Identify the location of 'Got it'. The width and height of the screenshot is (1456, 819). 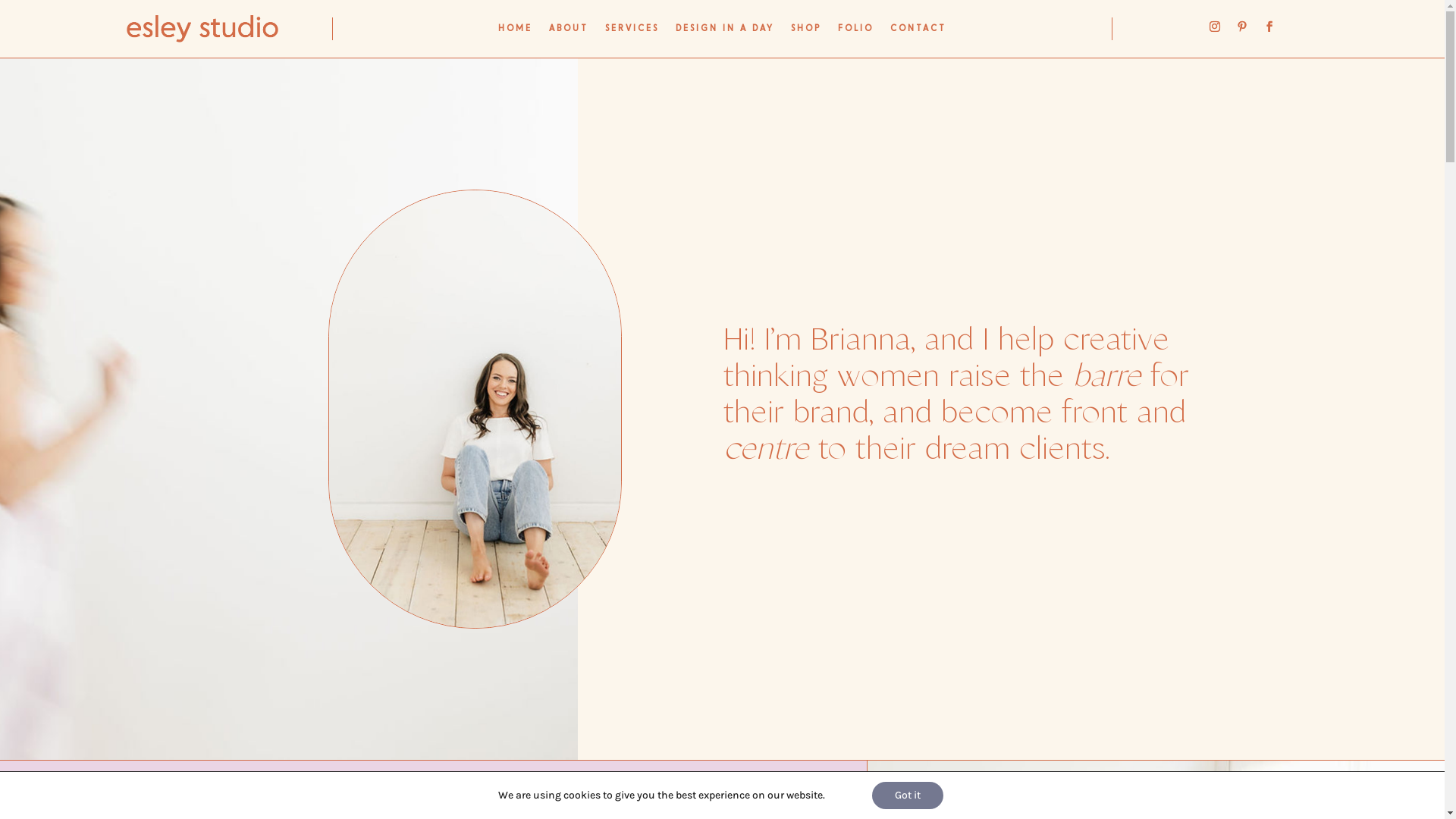
(907, 795).